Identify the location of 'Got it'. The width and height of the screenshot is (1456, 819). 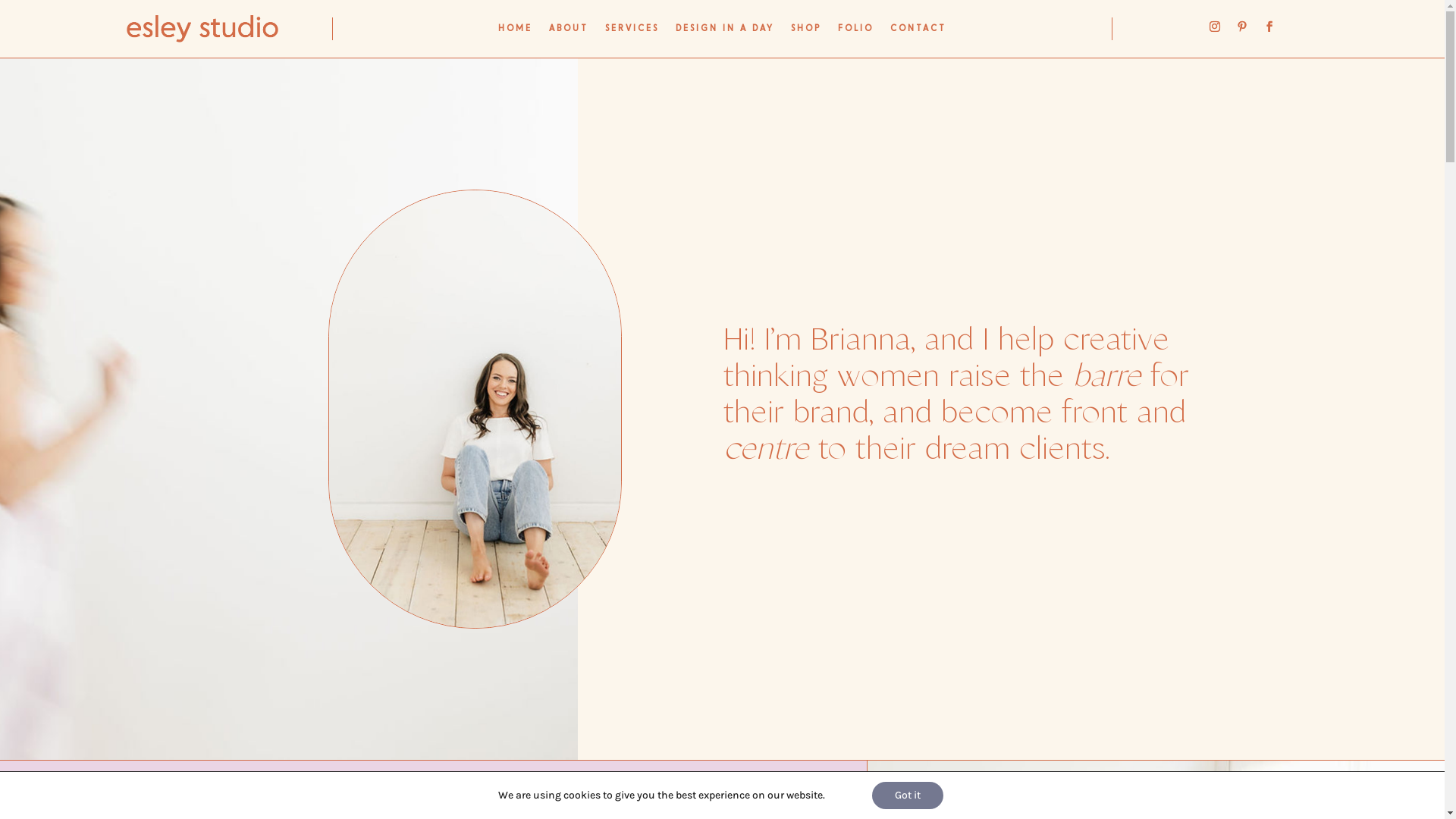
(907, 795).